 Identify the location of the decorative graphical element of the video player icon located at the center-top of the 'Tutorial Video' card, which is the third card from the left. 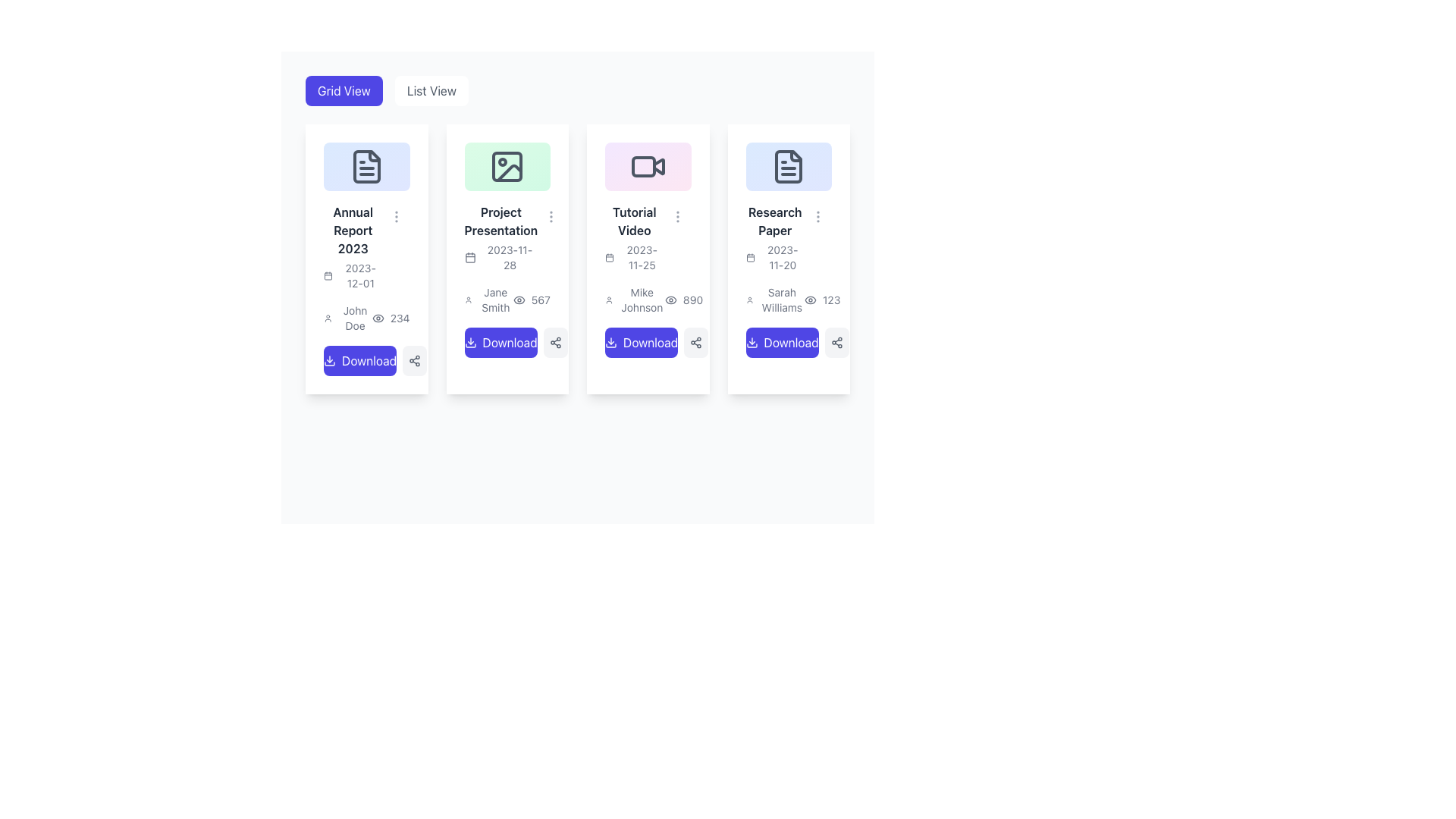
(658, 166).